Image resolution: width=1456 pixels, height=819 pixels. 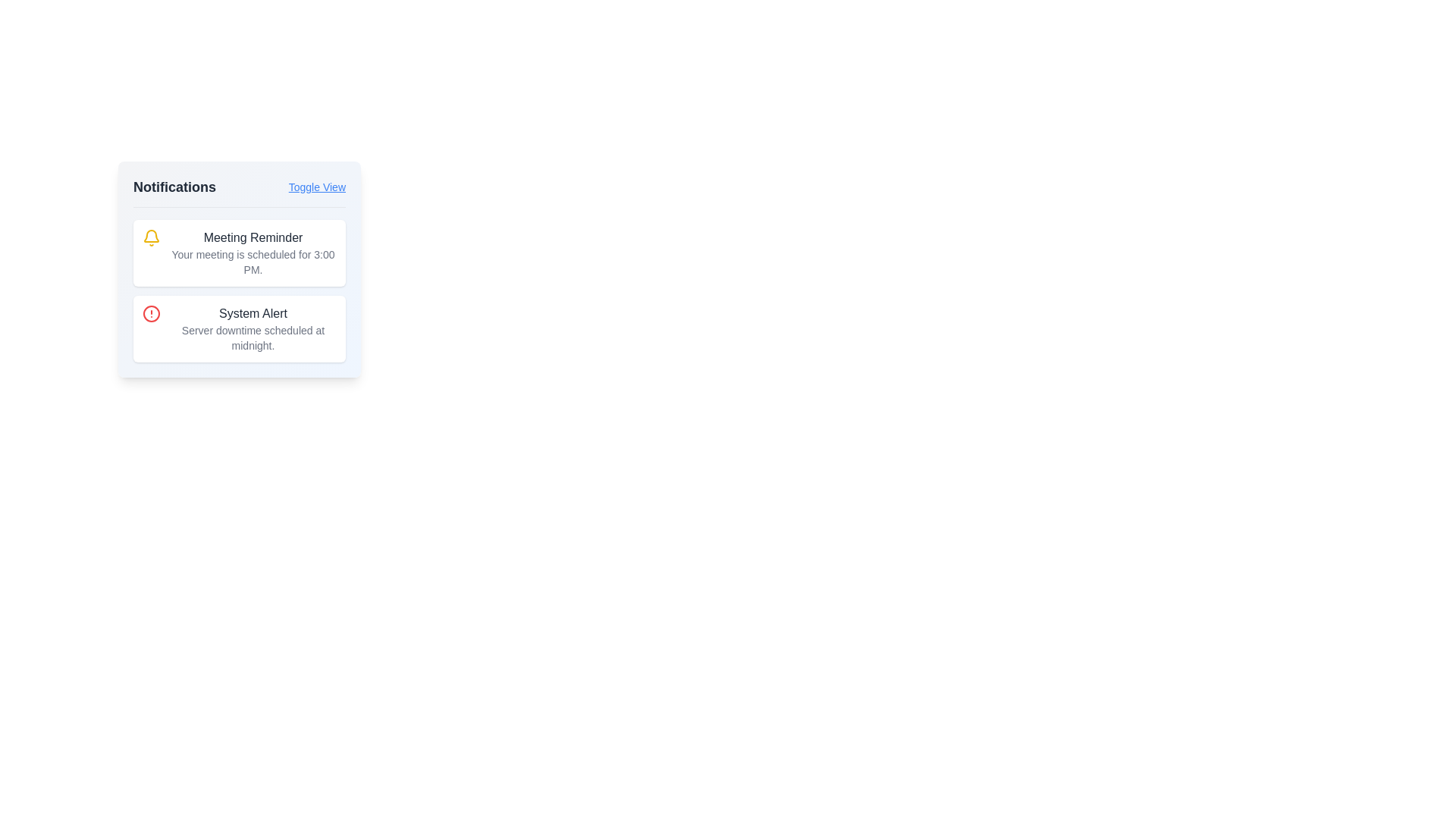 What do you see at coordinates (253, 328) in the screenshot?
I see `alert titled 'System Alert' which contains the message 'Server downtime scheduled at midnight.'` at bounding box center [253, 328].